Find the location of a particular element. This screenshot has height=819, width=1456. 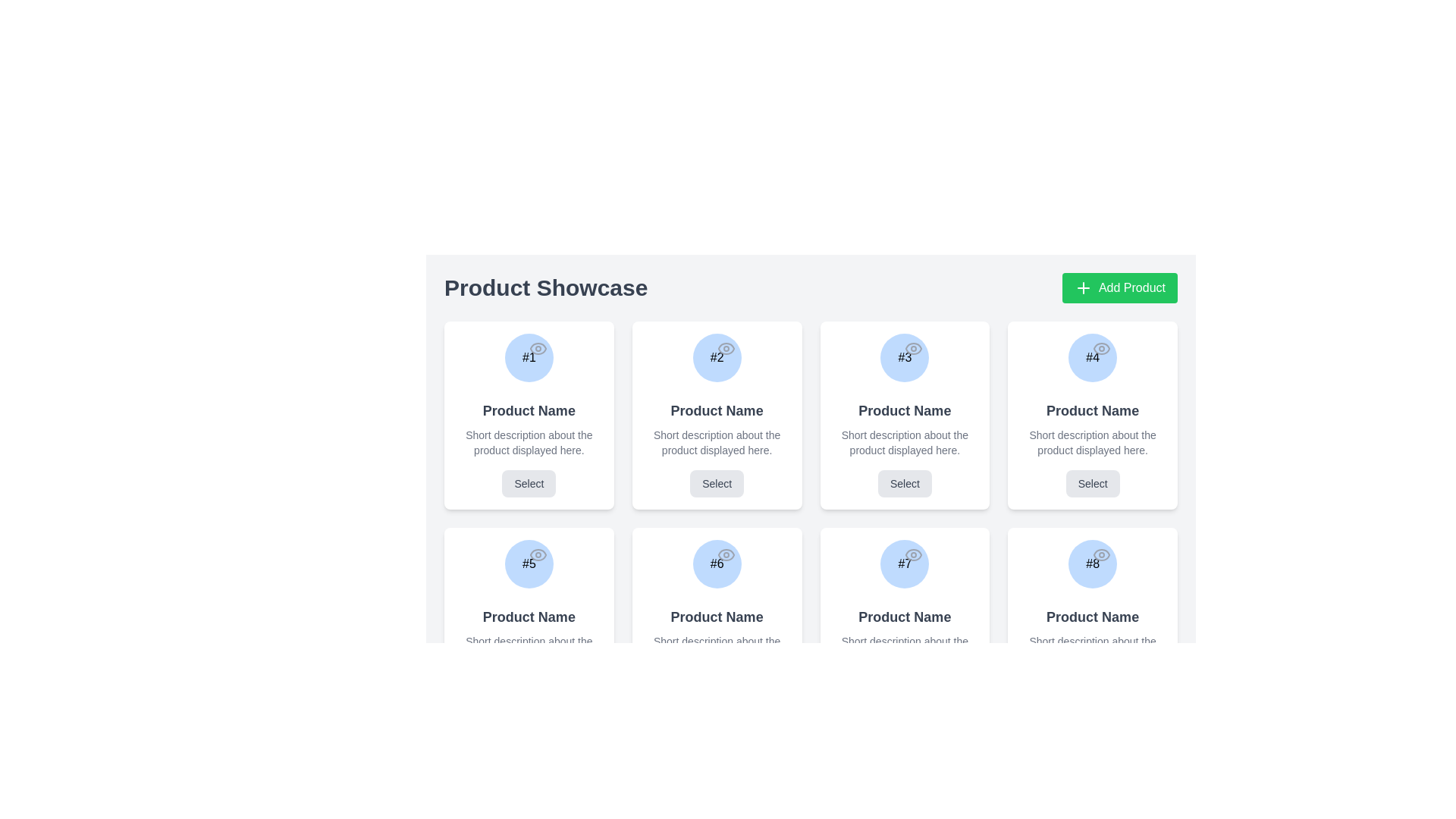

the 'Add Product' button which contains the icon representing the action of adding a new product for accessibility is located at coordinates (1082, 288).